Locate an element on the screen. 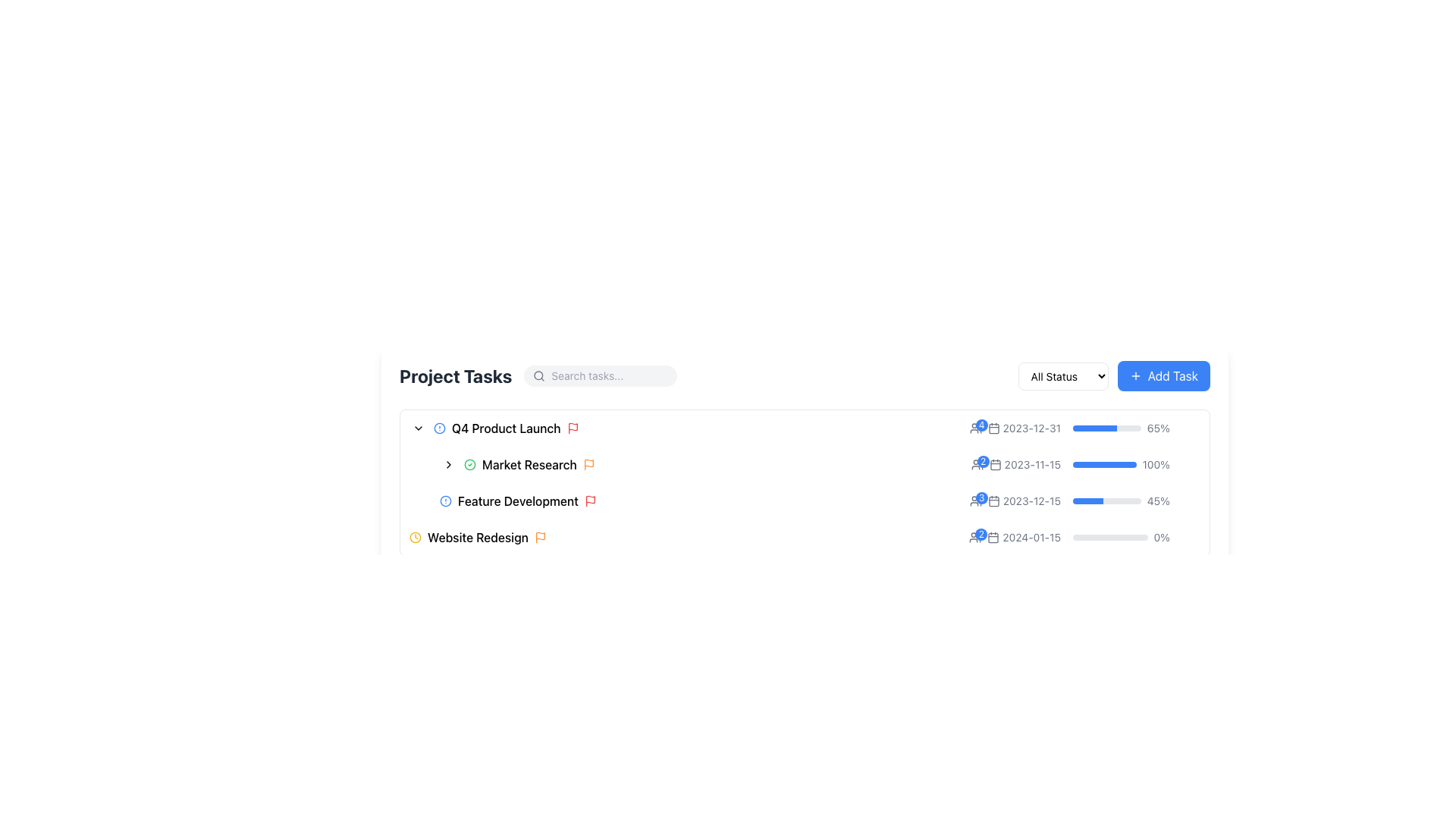  the progress bar that visually represents 45% completion, located on the right side of the 'Feature Development' row, following the date field labeled December 15, 2023 is located at coordinates (1084, 500).